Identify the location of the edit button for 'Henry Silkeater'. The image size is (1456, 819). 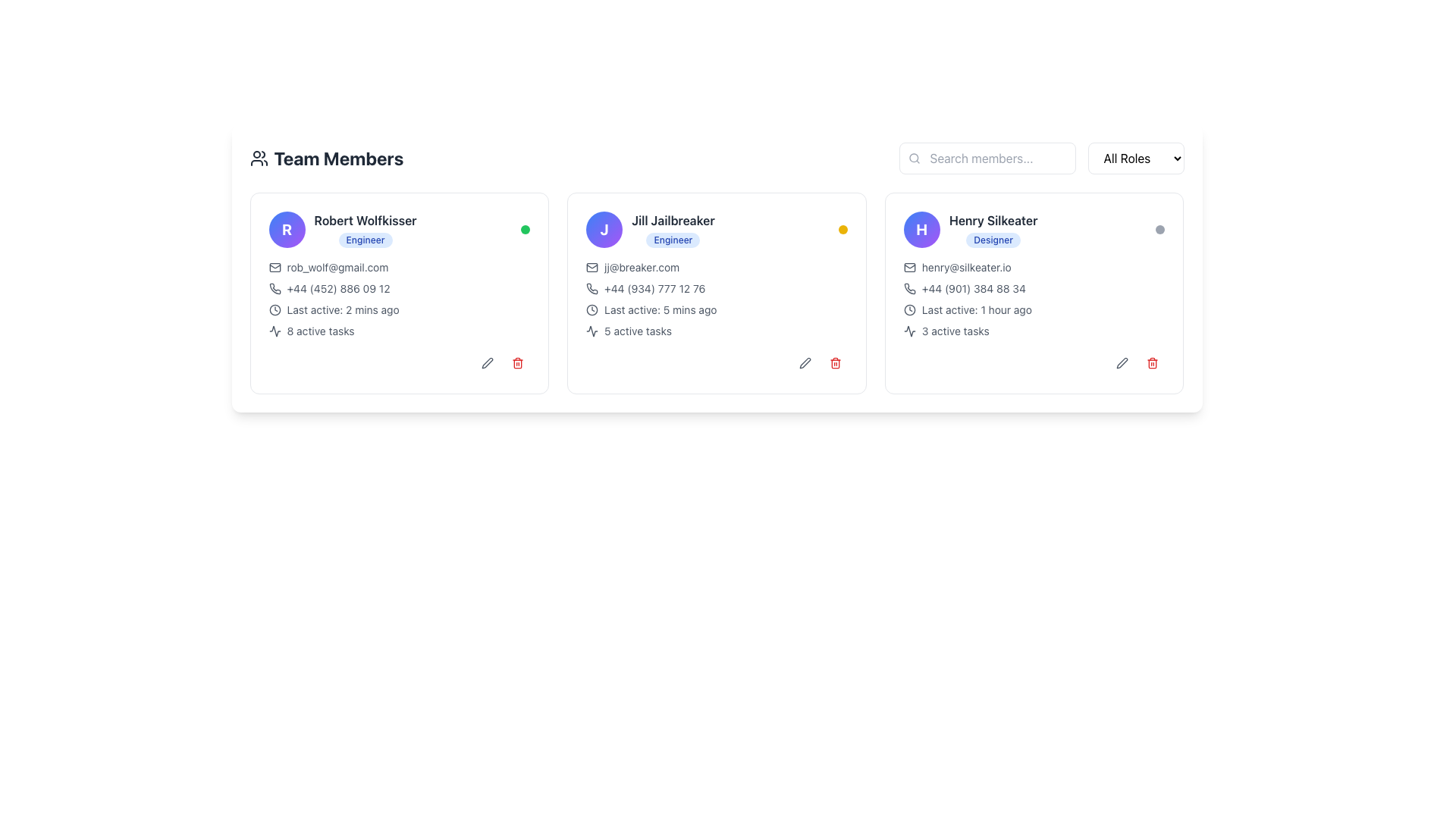
(1122, 362).